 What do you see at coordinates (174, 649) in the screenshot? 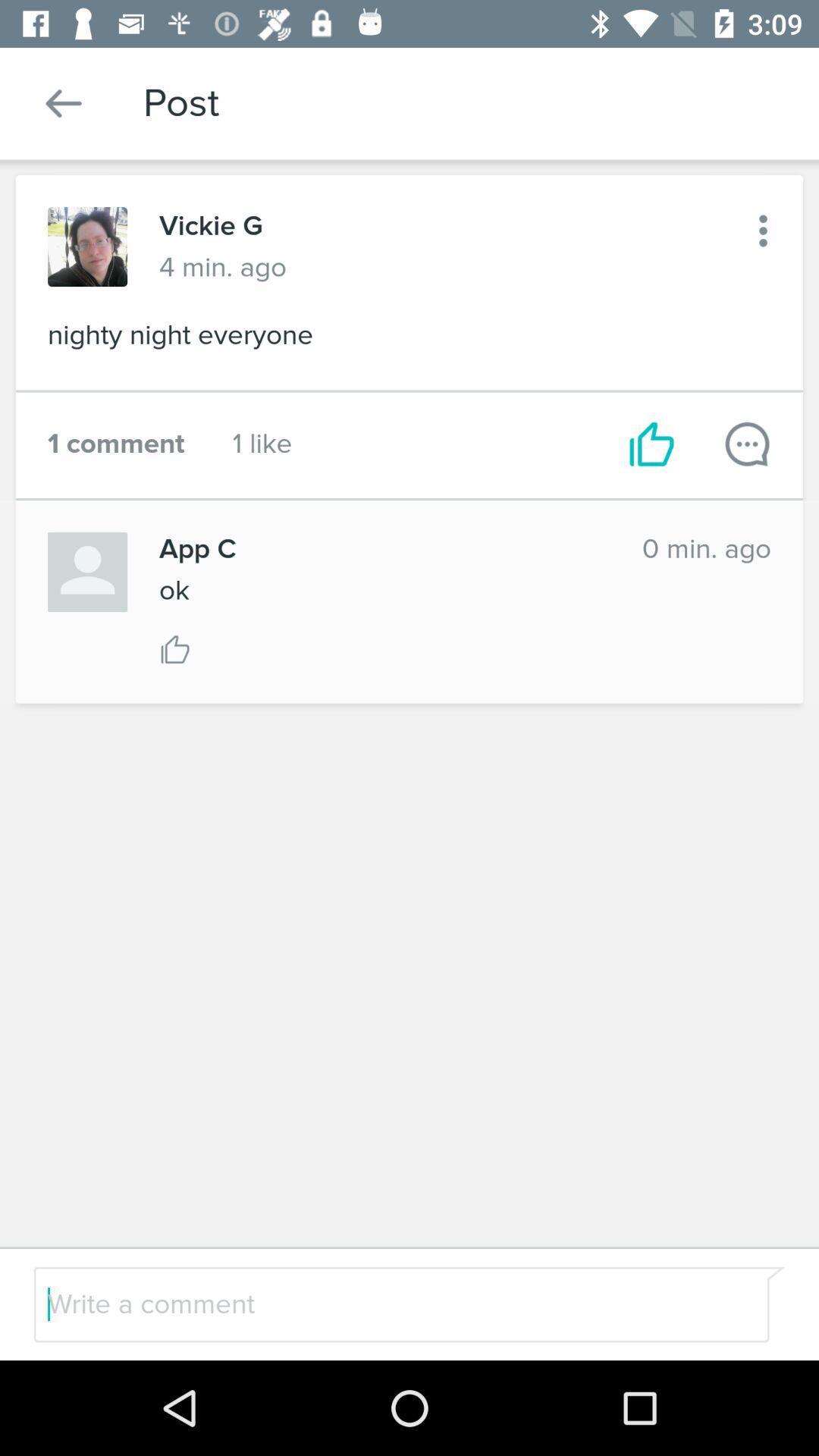
I see `vote thumbs up` at bounding box center [174, 649].